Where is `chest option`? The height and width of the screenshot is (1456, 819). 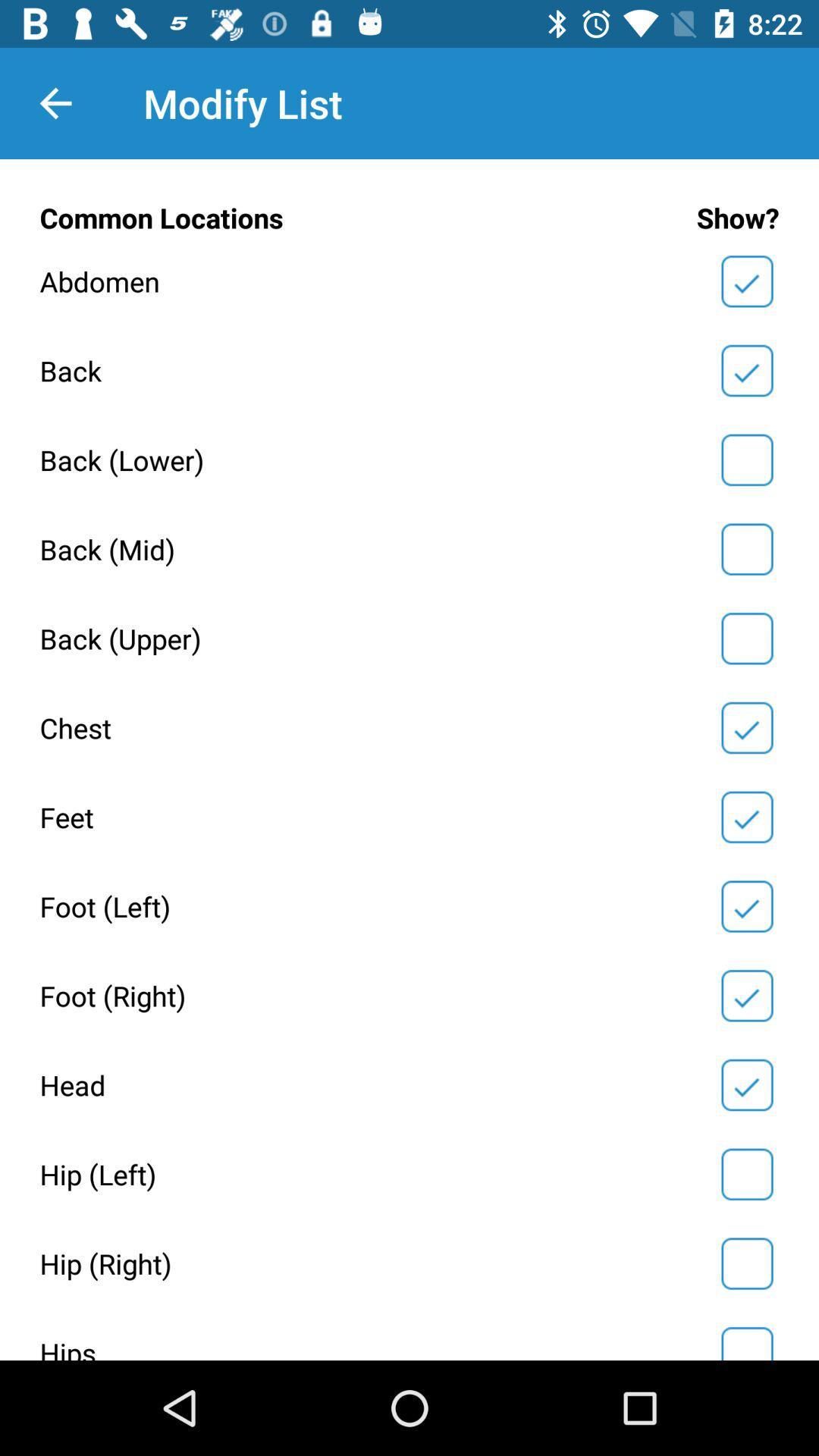 chest option is located at coordinates (746, 728).